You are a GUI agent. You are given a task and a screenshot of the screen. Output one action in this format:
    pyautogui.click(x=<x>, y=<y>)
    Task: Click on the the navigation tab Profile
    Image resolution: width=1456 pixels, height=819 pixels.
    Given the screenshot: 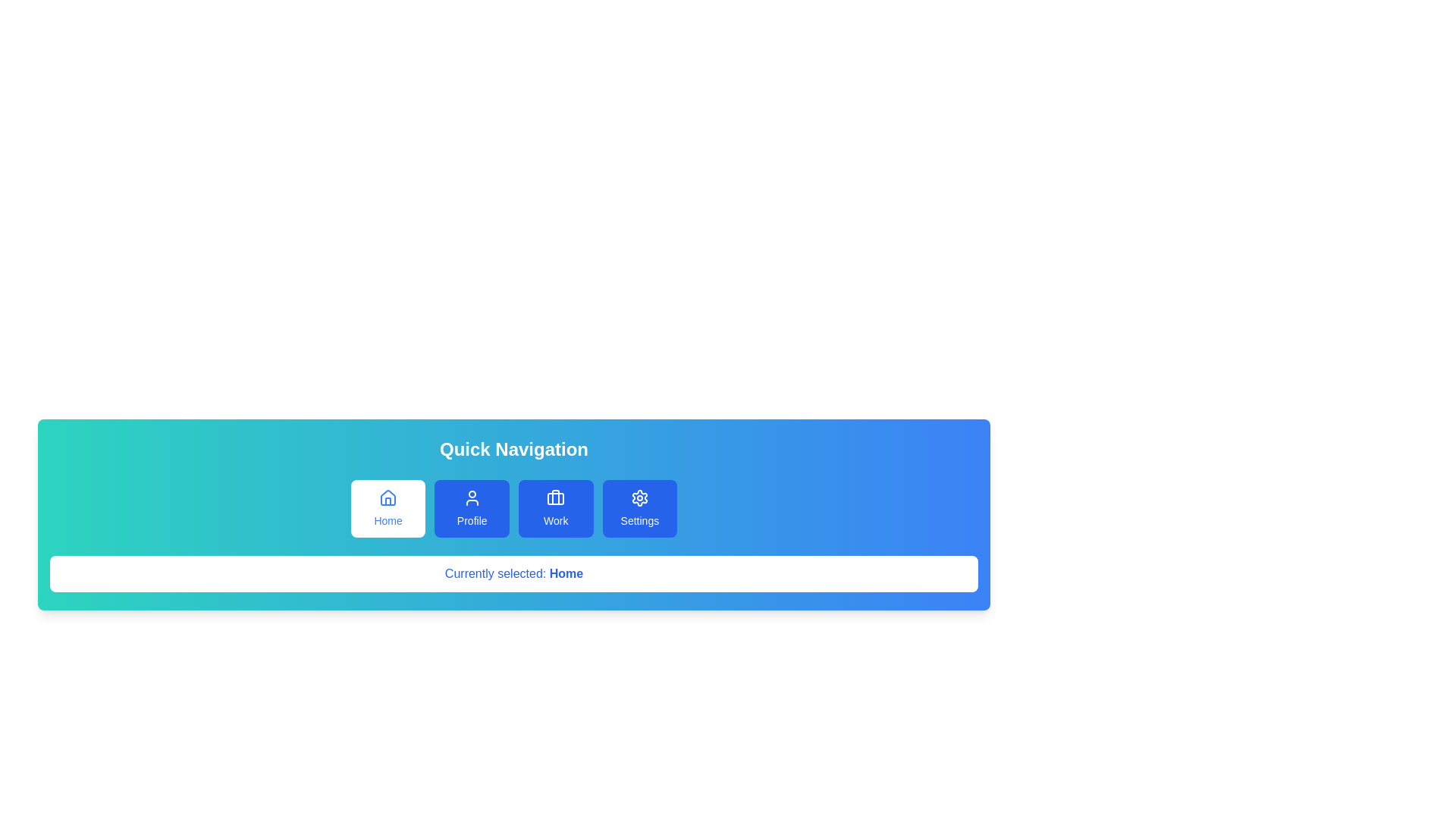 What is the action you would take?
    pyautogui.click(x=471, y=509)
    